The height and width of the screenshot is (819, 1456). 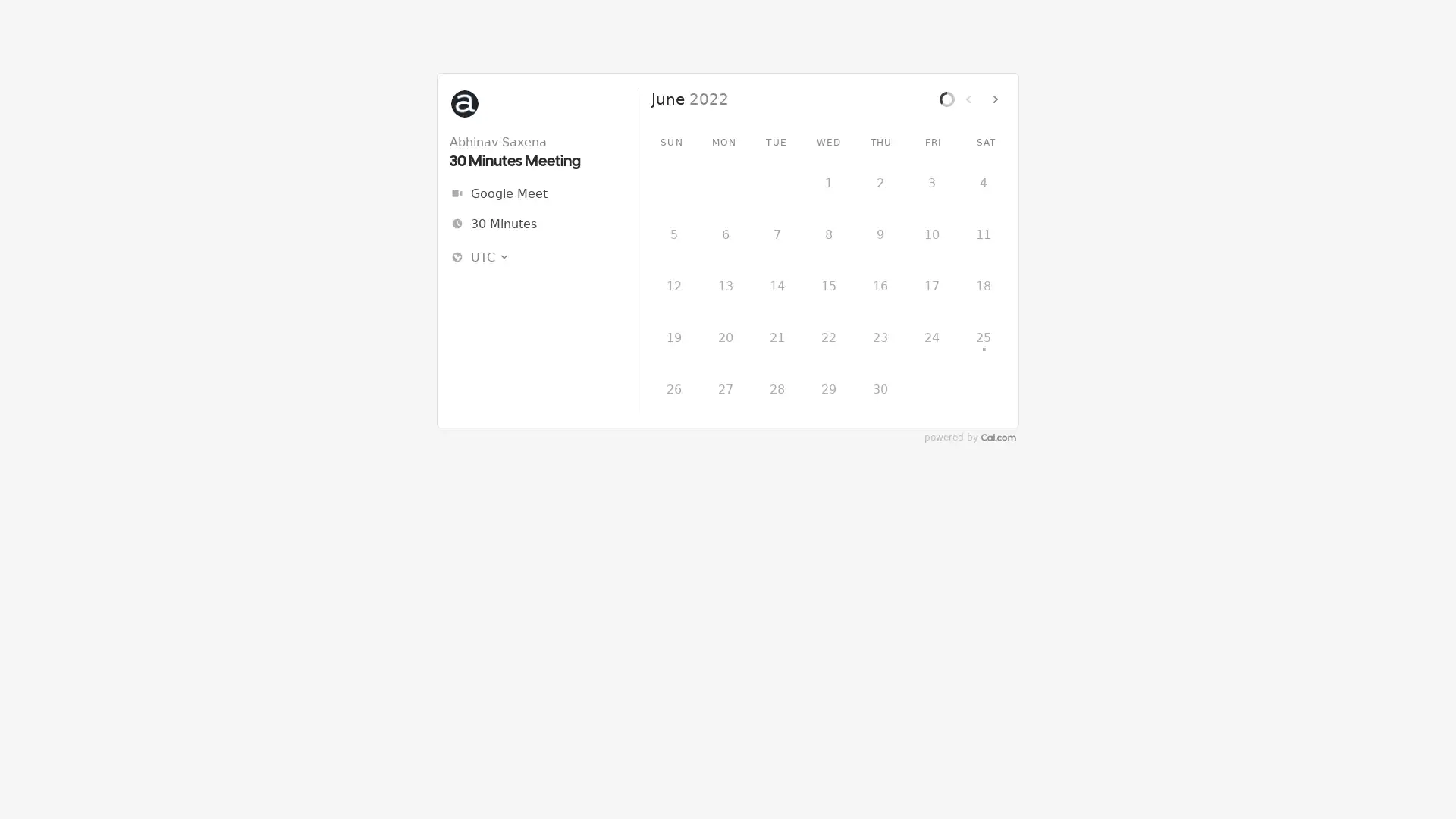 I want to click on 24, so click(x=930, y=336).